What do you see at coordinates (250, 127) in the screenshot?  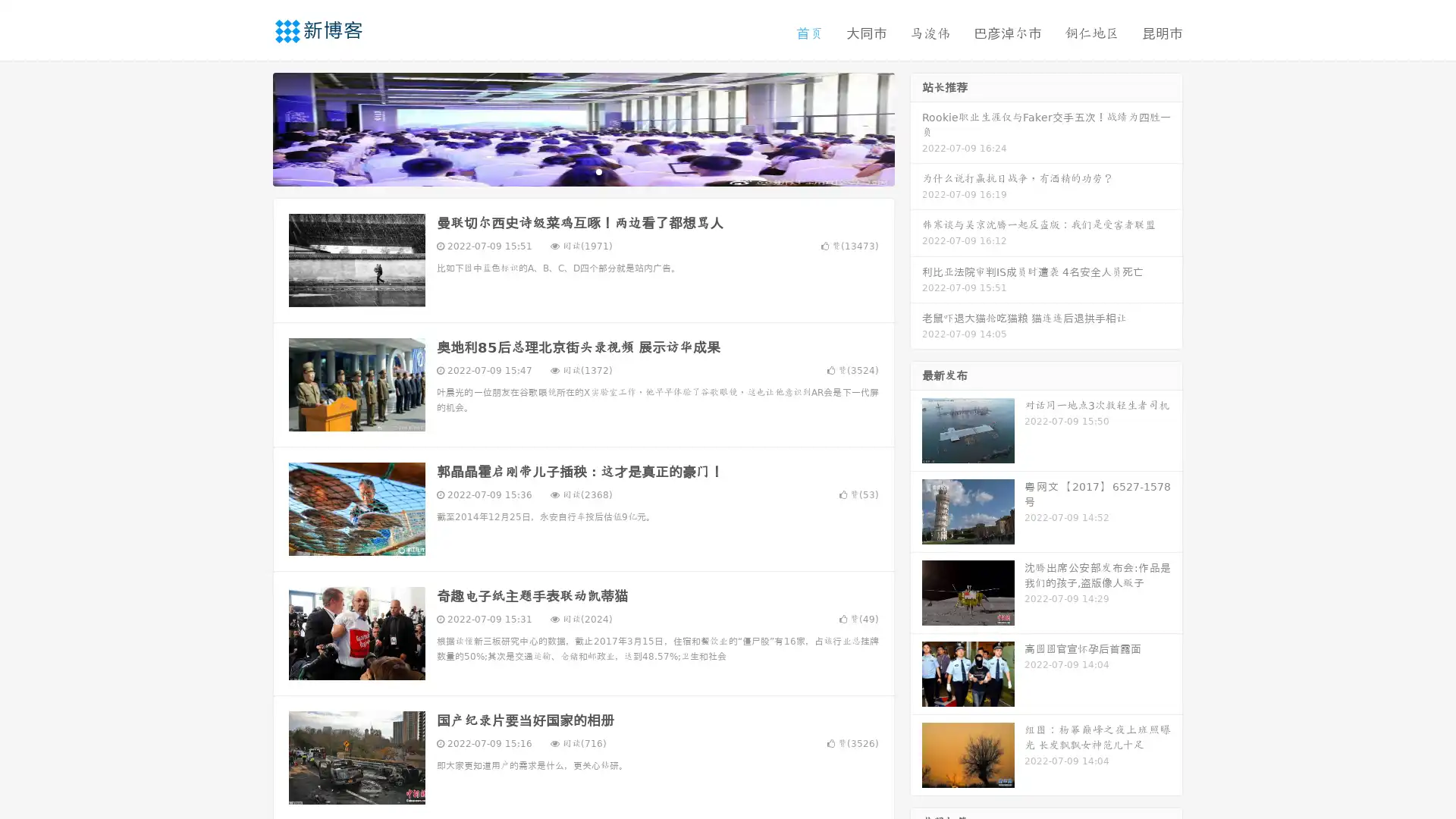 I see `Previous slide` at bounding box center [250, 127].